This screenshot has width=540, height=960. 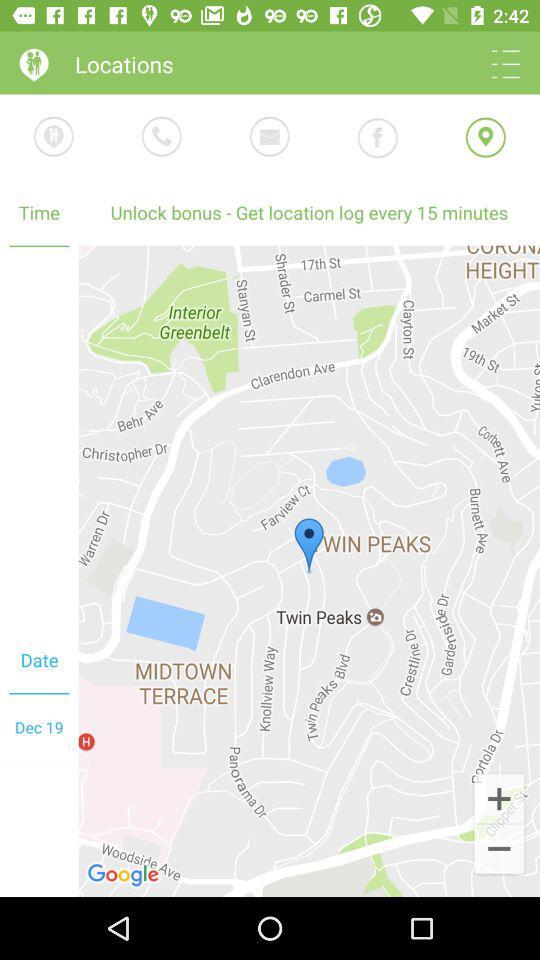 I want to click on bring up settings, so click(x=504, y=64).